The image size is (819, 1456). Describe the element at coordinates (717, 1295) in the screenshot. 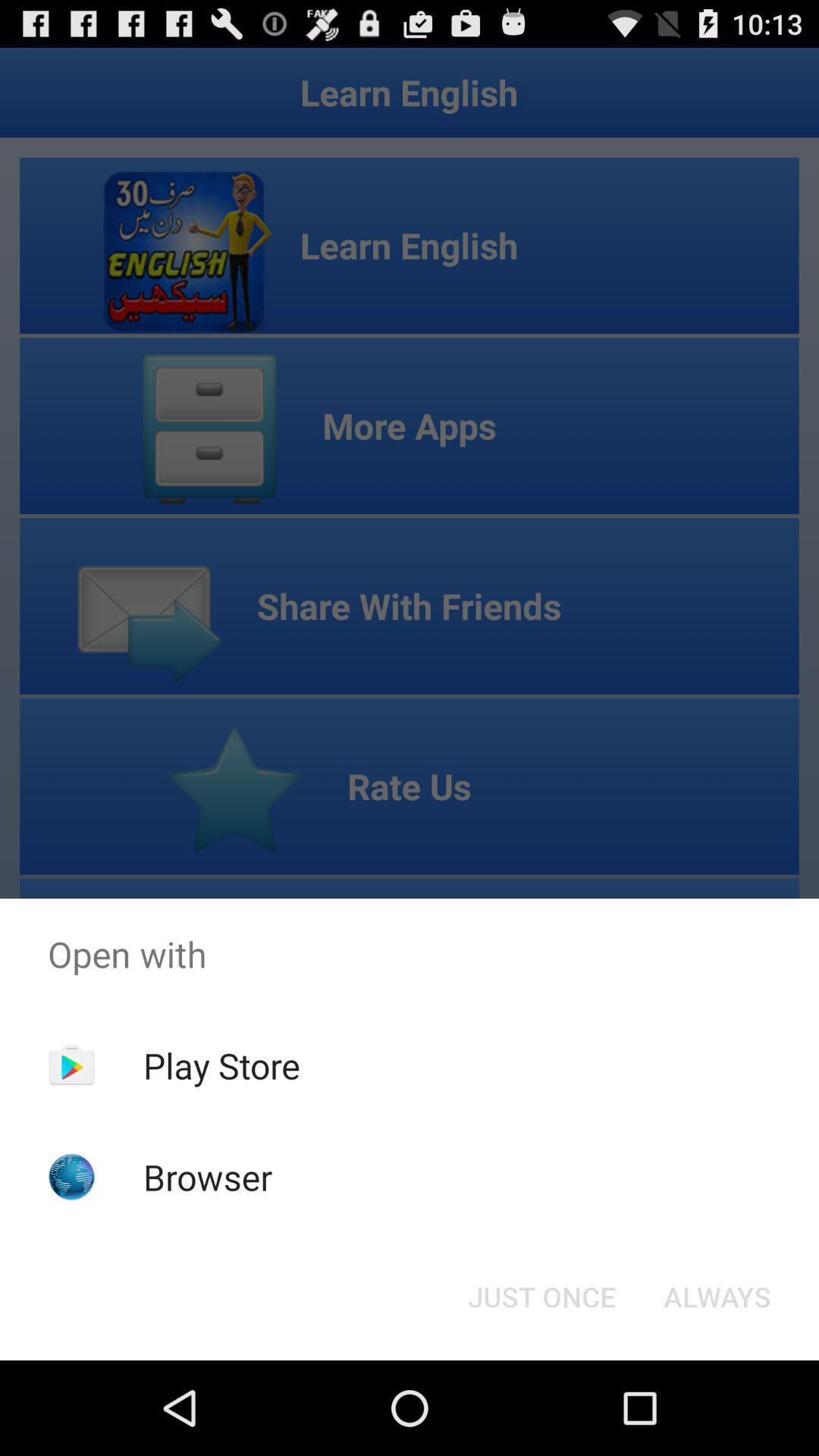

I see `button to the right of just once` at that location.